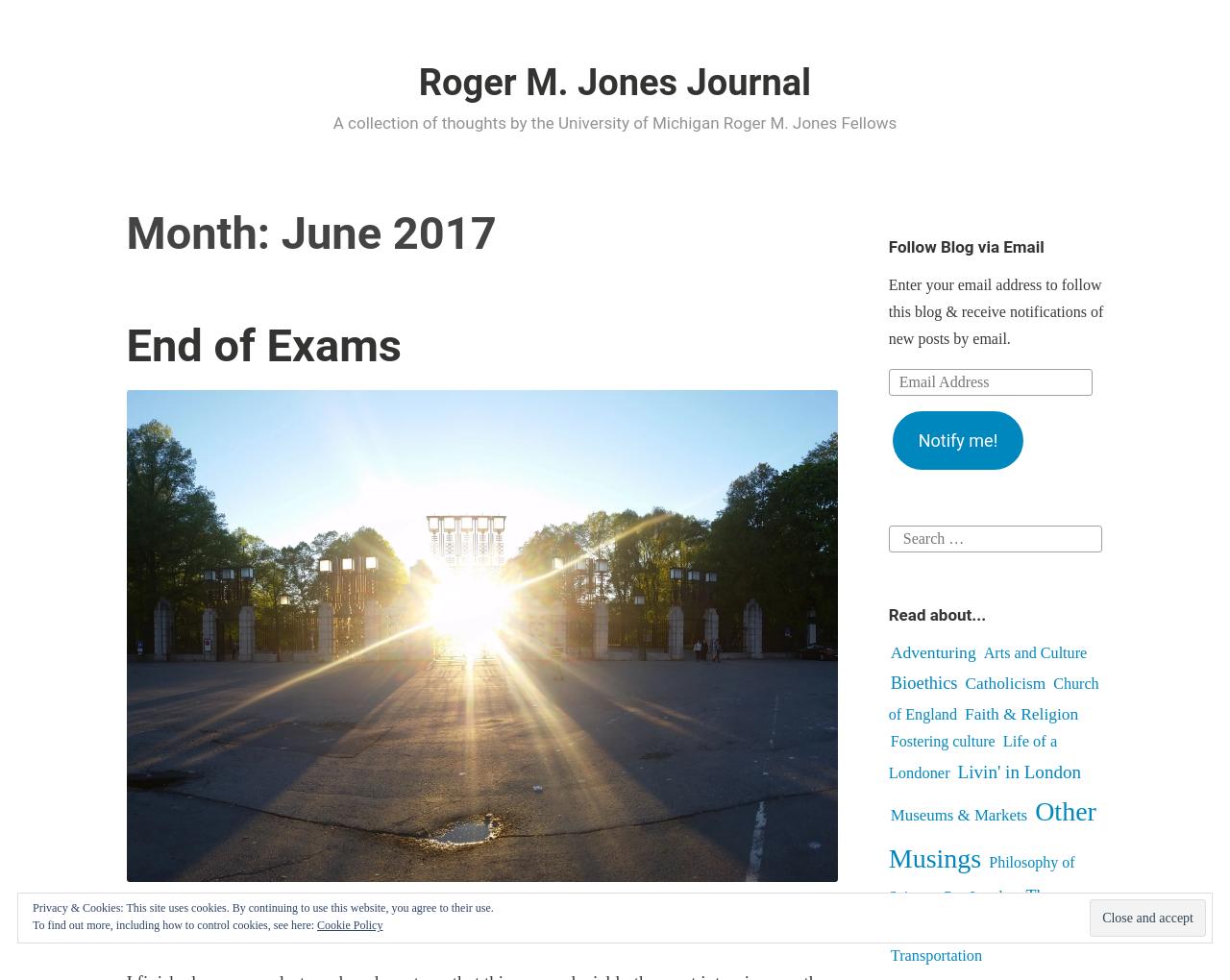  What do you see at coordinates (279, 233) in the screenshot?
I see `'June 2017'` at bounding box center [279, 233].